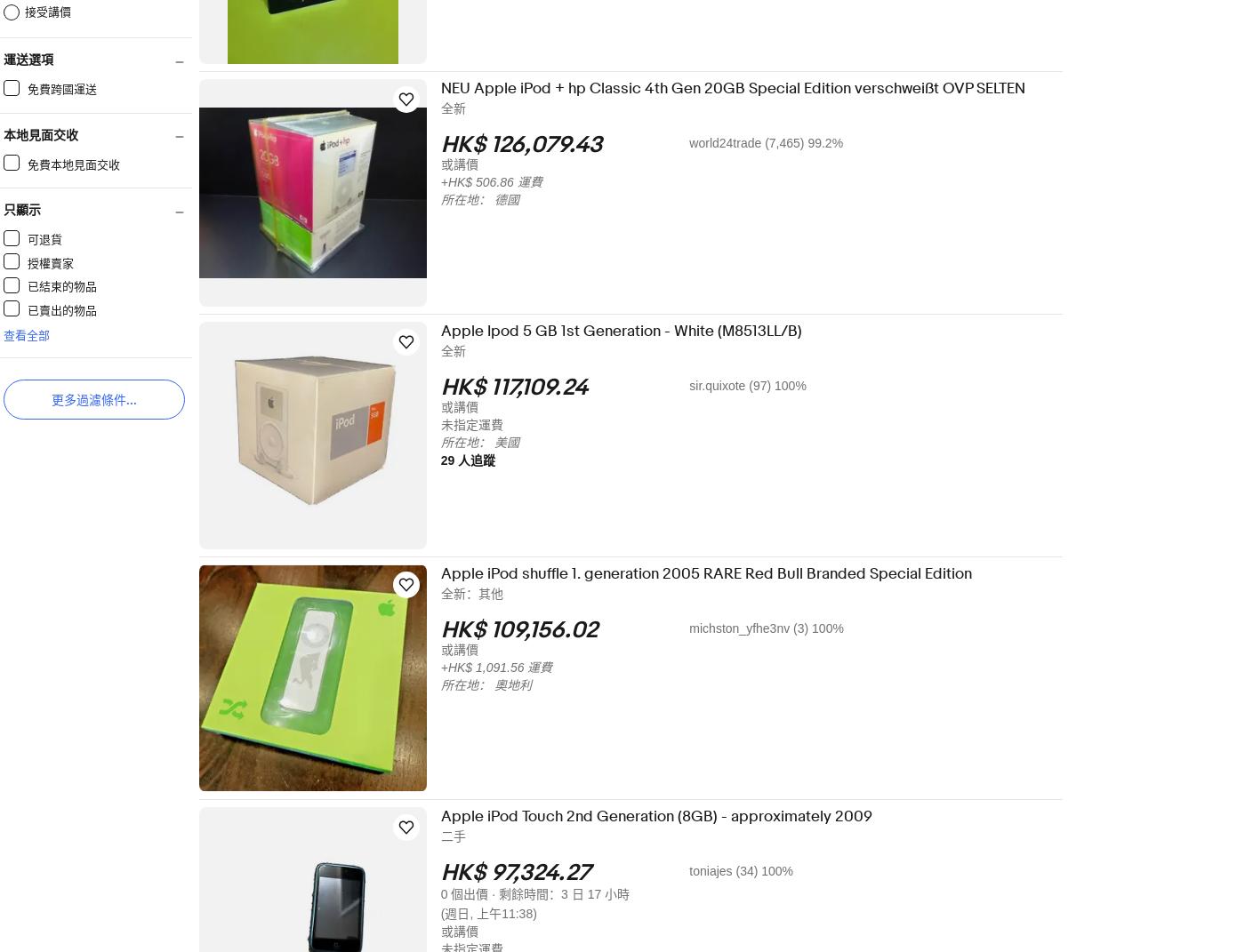  I want to click on '29 人追蹤', so click(479, 460).